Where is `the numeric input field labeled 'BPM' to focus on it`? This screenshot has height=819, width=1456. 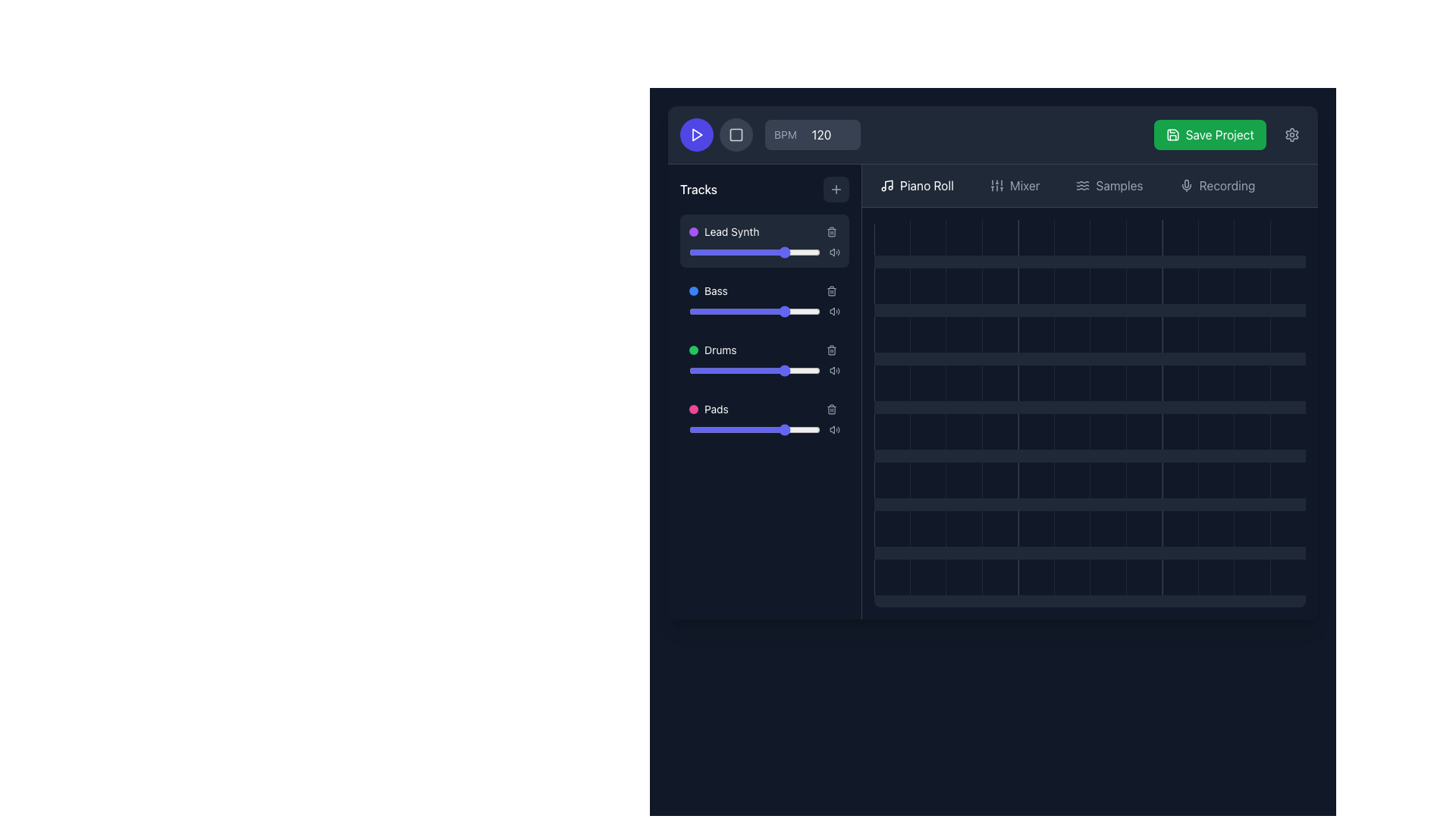
the numeric input field labeled 'BPM' to focus on it is located at coordinates (811, 133).